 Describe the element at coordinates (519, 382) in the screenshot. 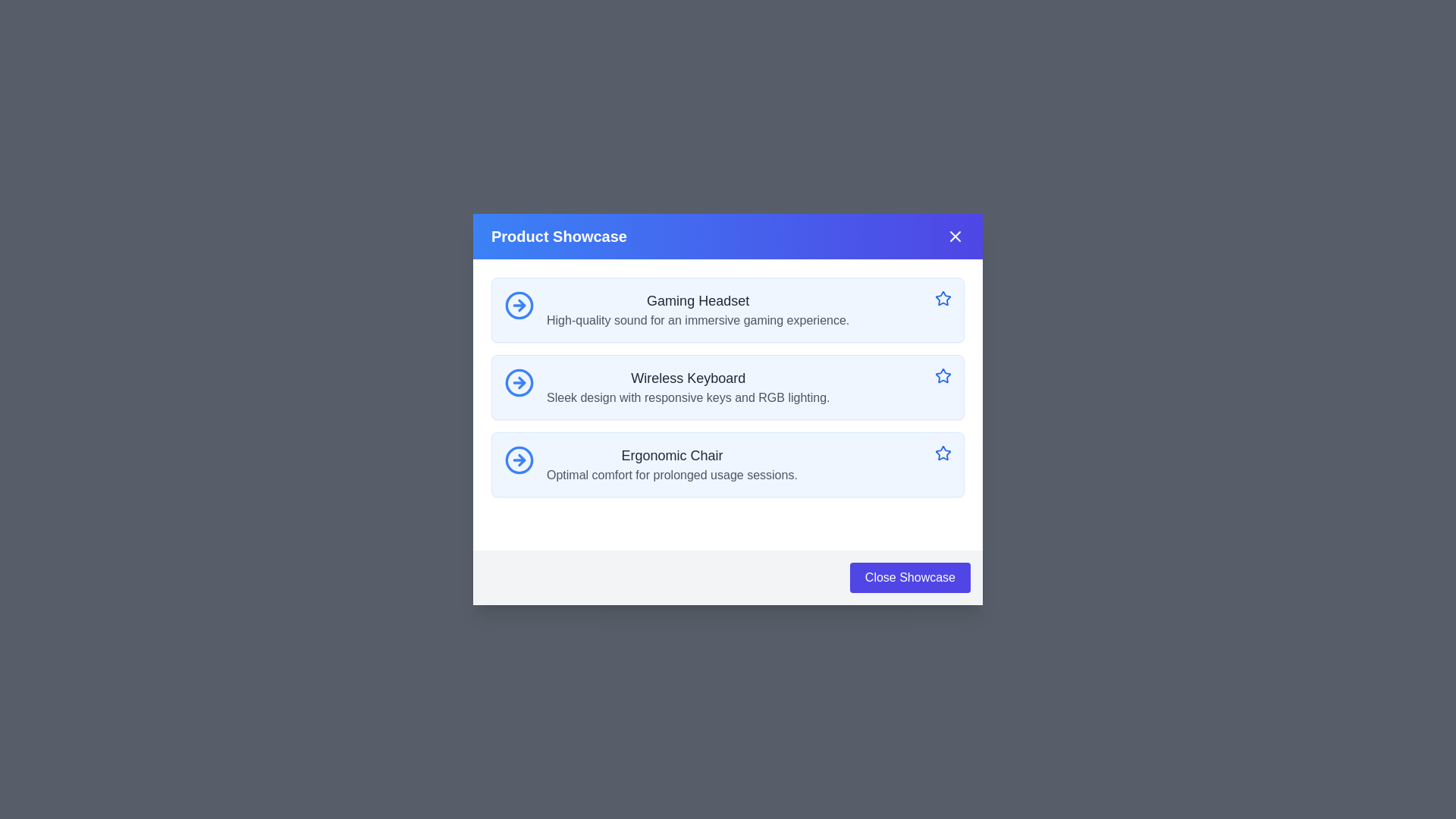

I see `Decorative SVG element of the arrow icon located to the left of the 'Wireless Keyboard' label in the middle row of the modal UI using developer tools` at that location.